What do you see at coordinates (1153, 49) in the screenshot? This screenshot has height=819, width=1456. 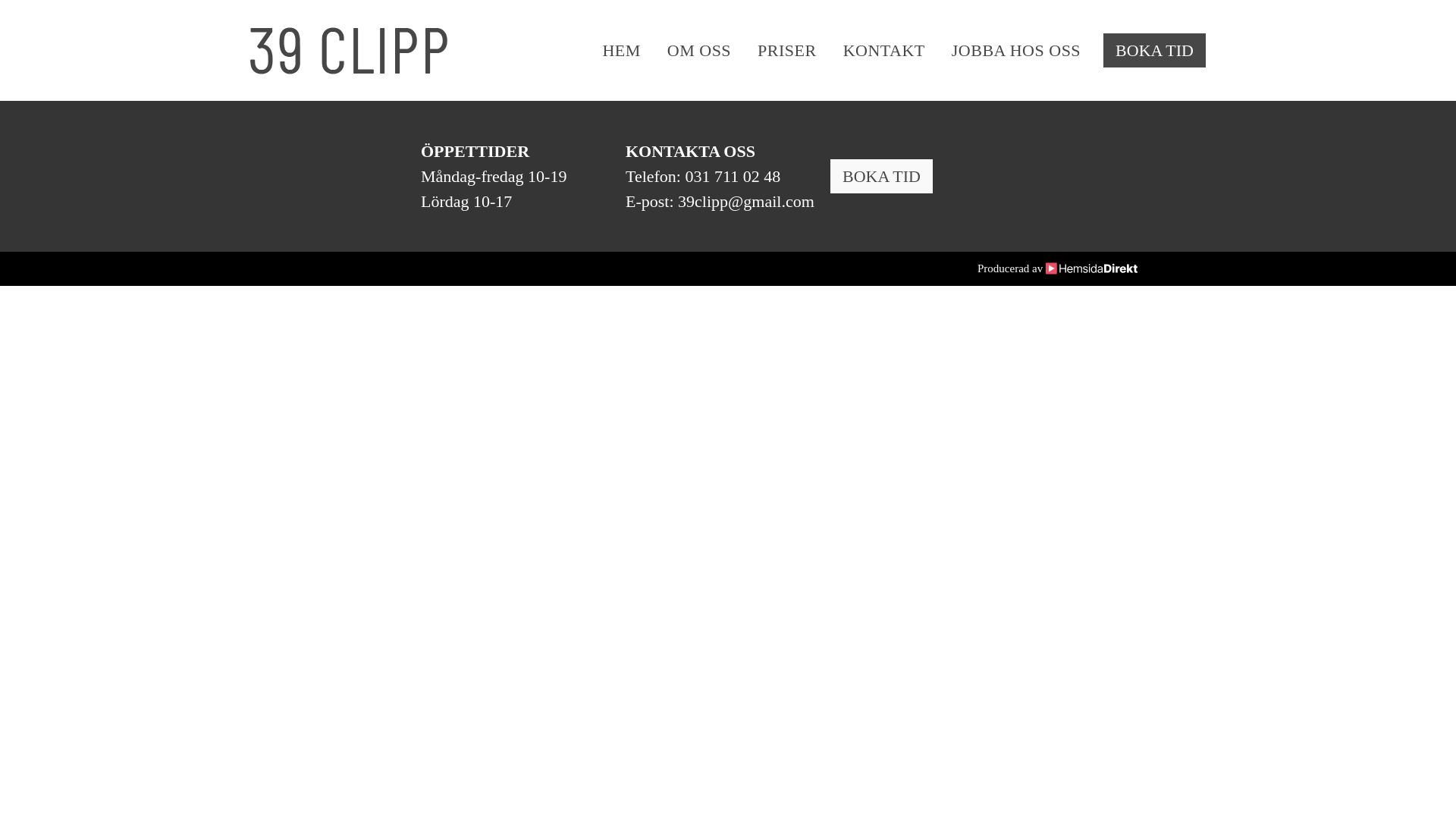 I see `'BOKA TID'` at bounding box center [1153, 49].